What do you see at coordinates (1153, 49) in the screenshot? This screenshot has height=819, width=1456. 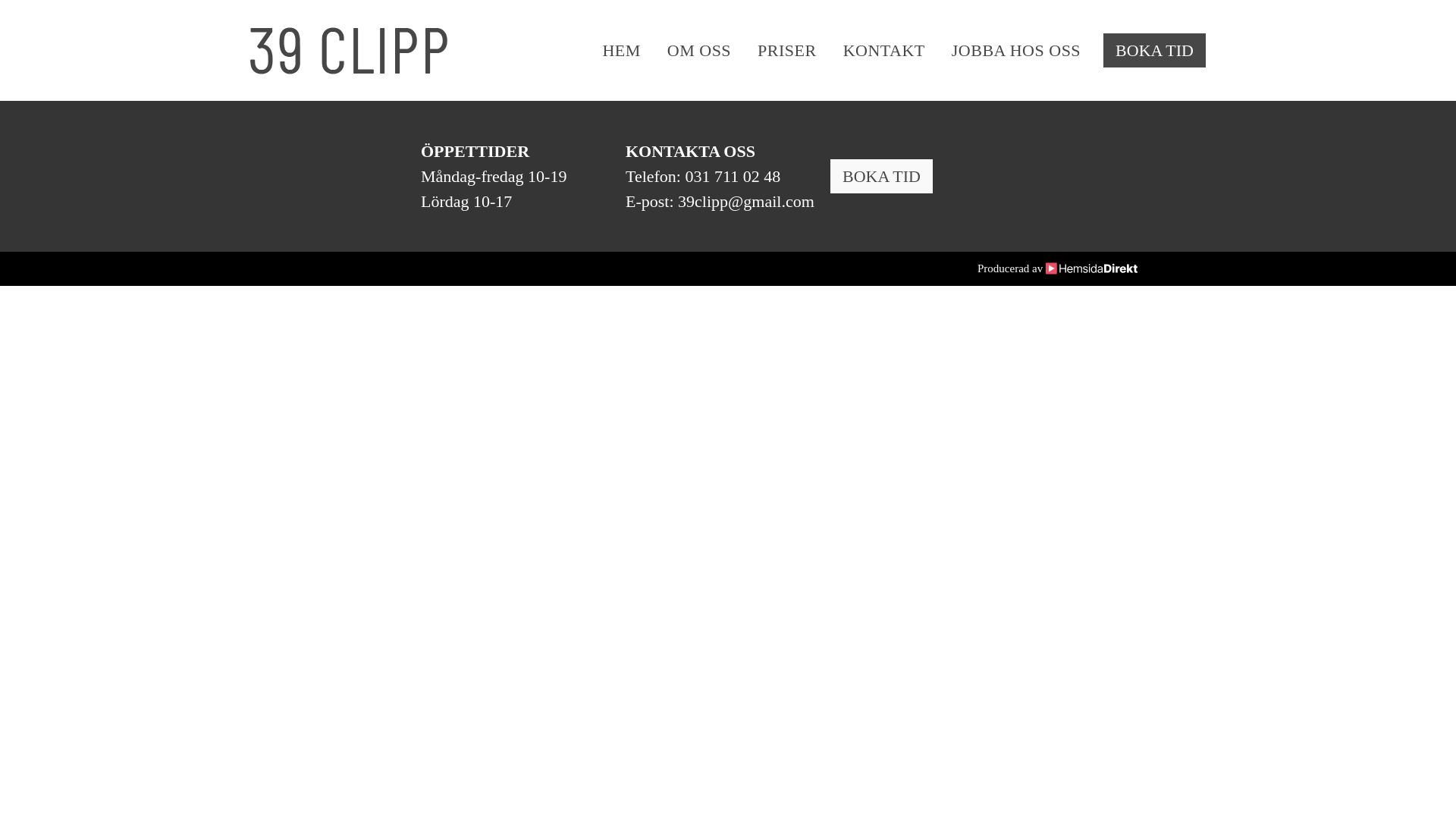 I see `'BOKA TID'` at bounding box center [1153, 49].